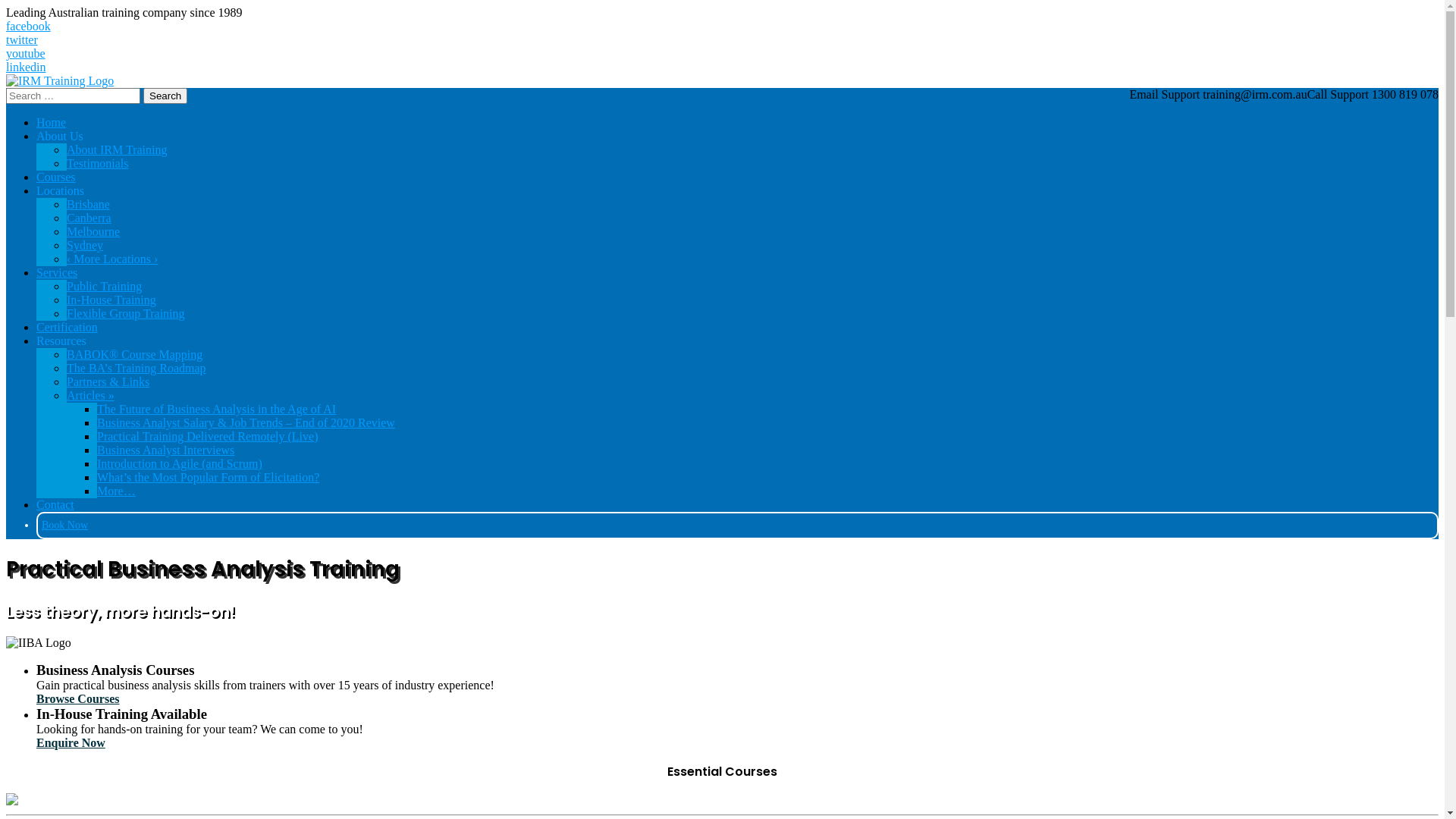 The height and width of the screenshot is (819, 1456). Describe the element at coordinates (88, 218) in the screenshot. I see `'Canberra'` at that location.